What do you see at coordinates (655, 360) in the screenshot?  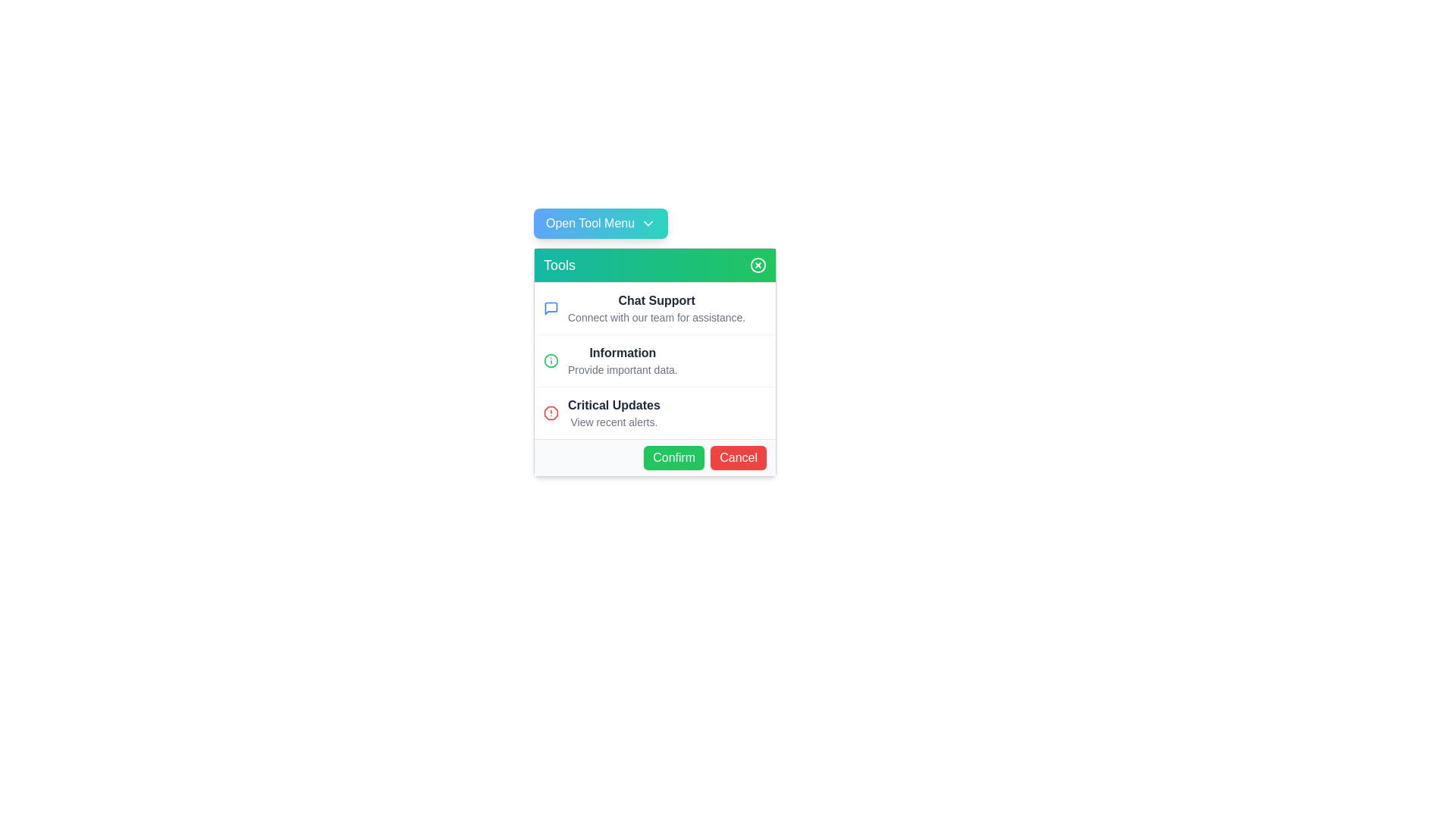 I see `the list item labeled 'Information' which features a green circular icon with an 'i' and includes a bold header and a subheader` at bounding box center [655, 360].